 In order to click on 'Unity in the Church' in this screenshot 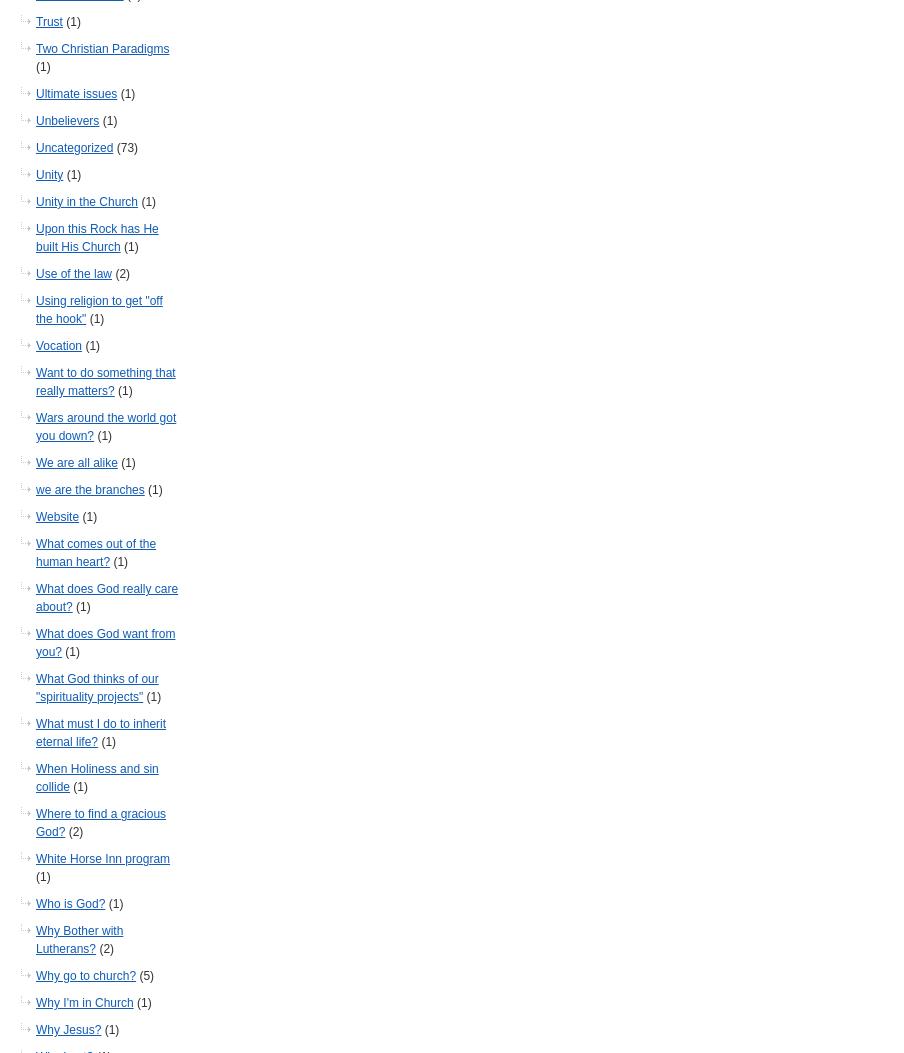, I will do `click(86, 201)`.